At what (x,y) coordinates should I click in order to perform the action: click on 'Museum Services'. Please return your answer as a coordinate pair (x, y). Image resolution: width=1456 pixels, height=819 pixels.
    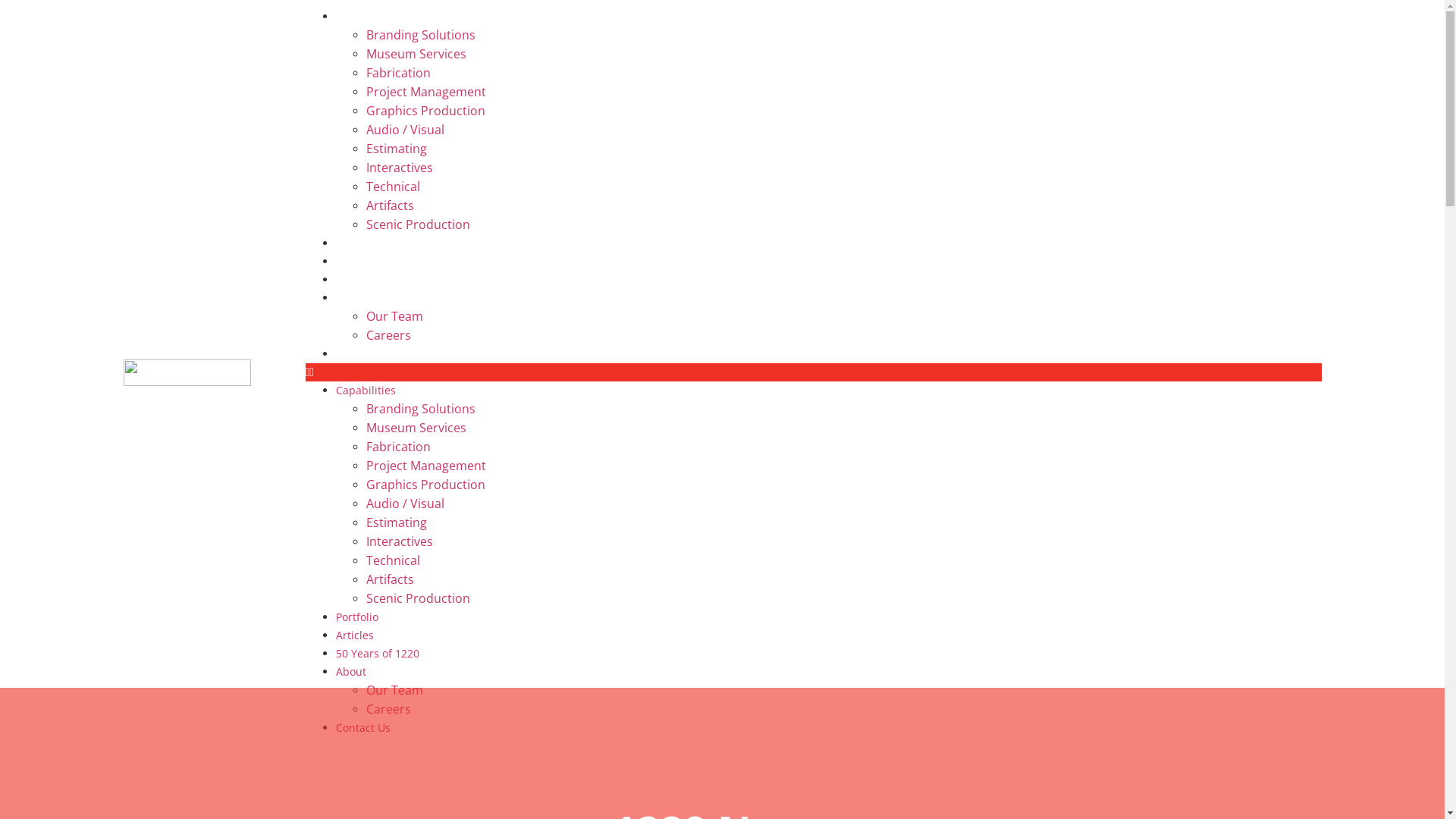
    Looking at the image, I should click on (415, 52).